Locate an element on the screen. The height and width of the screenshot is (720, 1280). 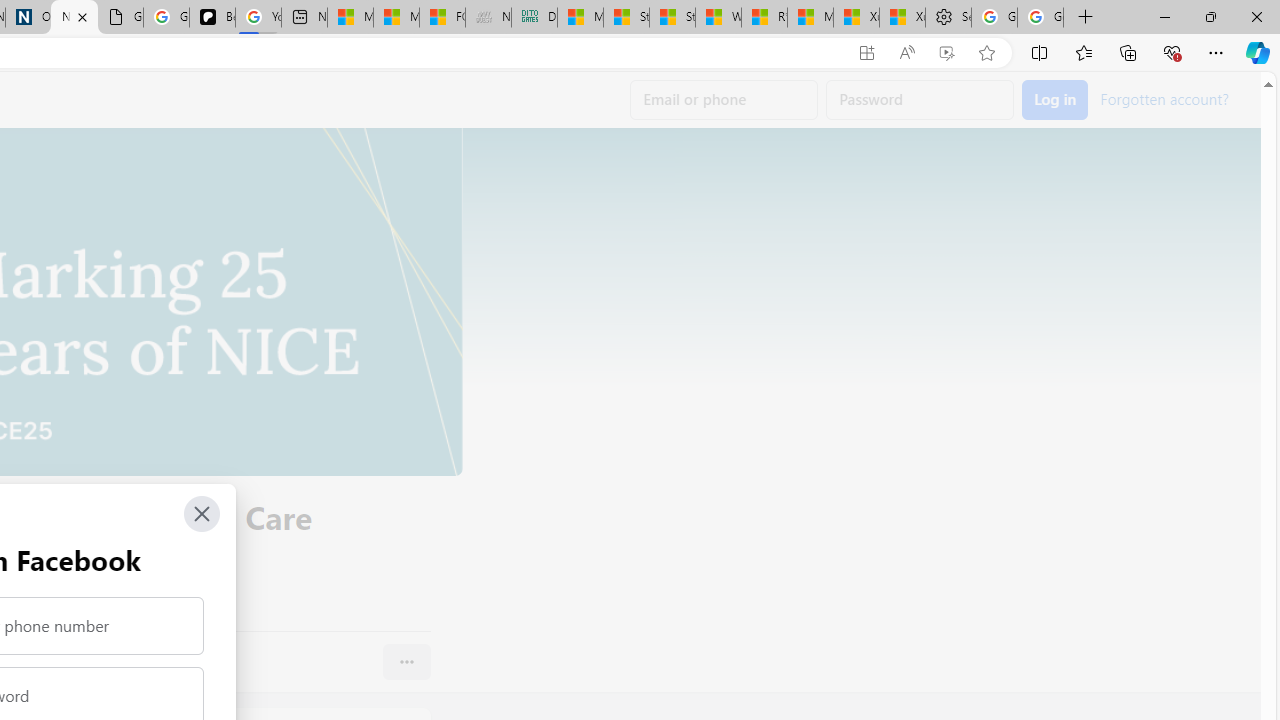
'FOX News - MSN' is located at coordinates (441, 17).